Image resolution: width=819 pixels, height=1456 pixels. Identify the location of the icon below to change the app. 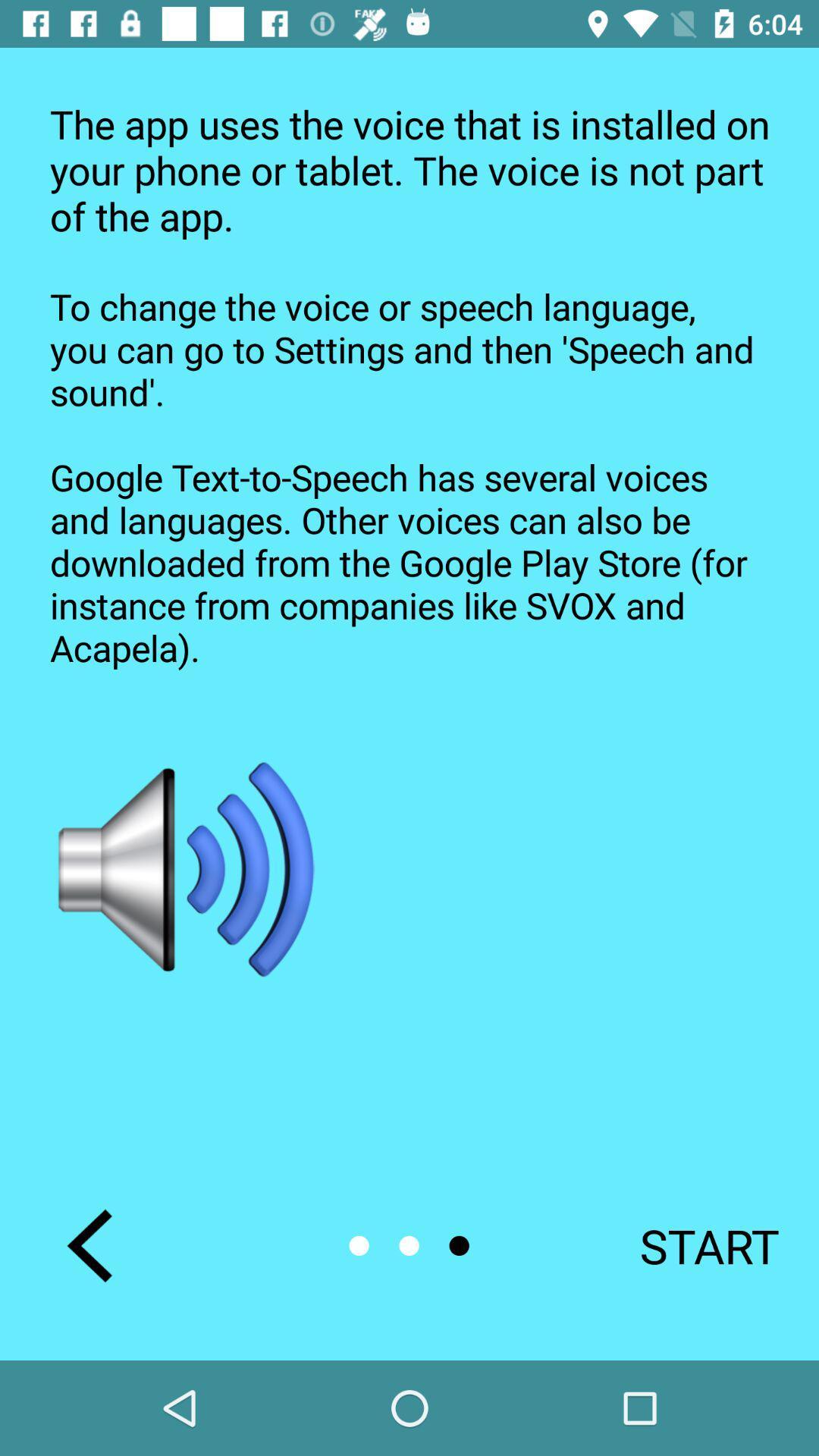
(187, 870).